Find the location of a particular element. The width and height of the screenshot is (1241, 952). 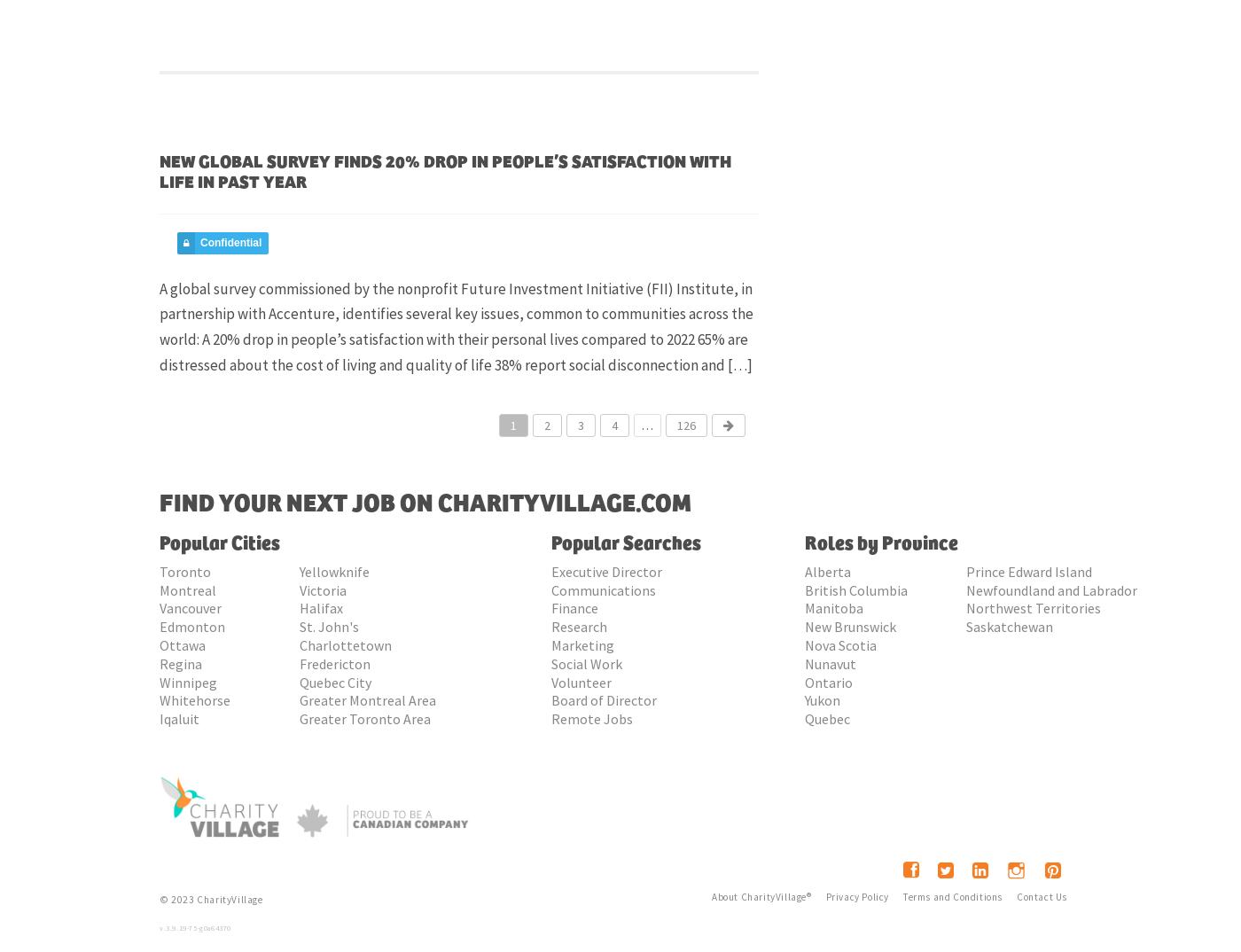

'Remote Jobs' is located at coordinates (591, 718).